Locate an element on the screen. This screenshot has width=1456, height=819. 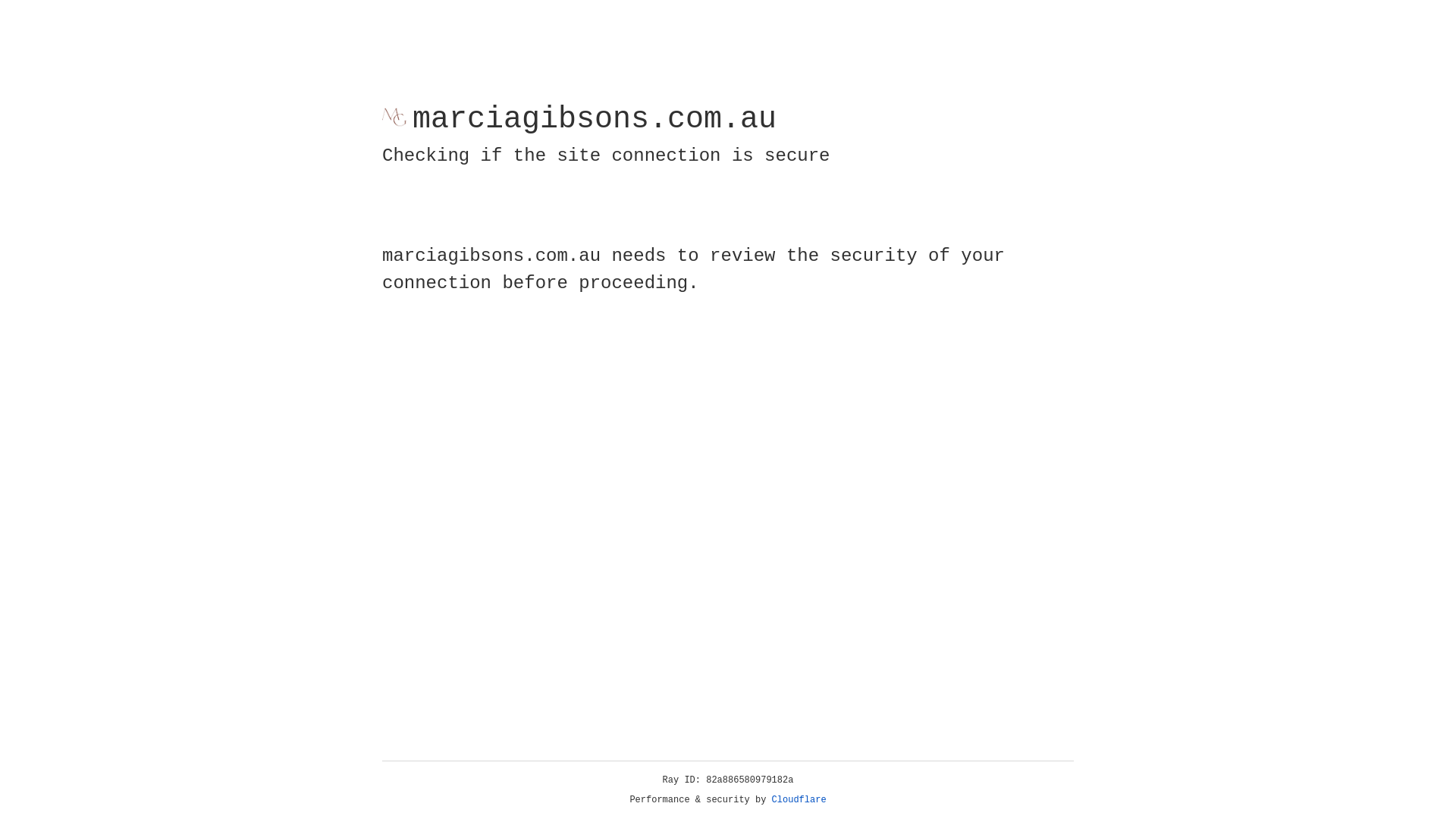
'Cloudflare' is located at coordinates (799, 799).